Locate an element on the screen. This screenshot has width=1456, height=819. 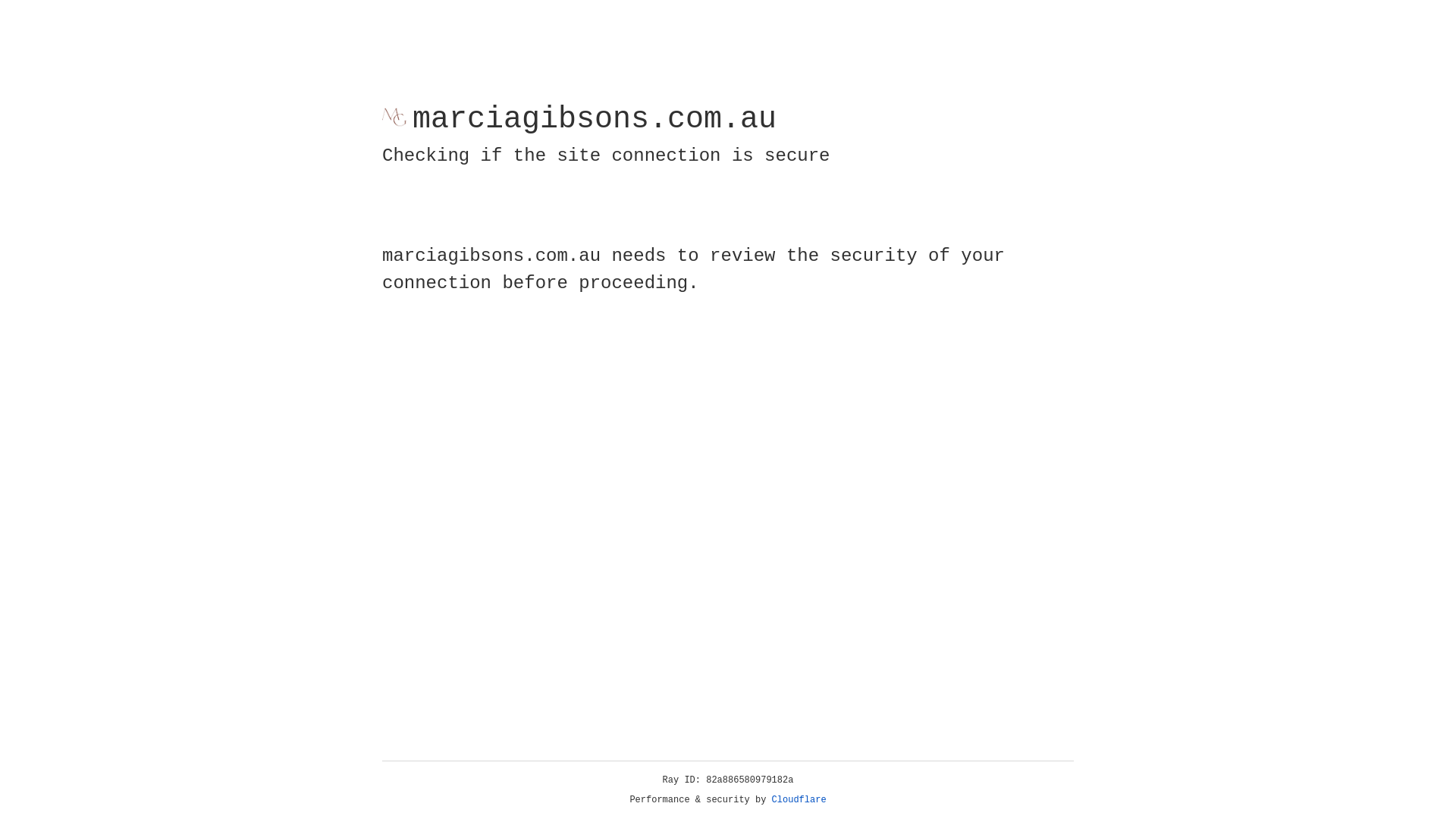
'Cloudflare' is located at coordinates (799, 799).